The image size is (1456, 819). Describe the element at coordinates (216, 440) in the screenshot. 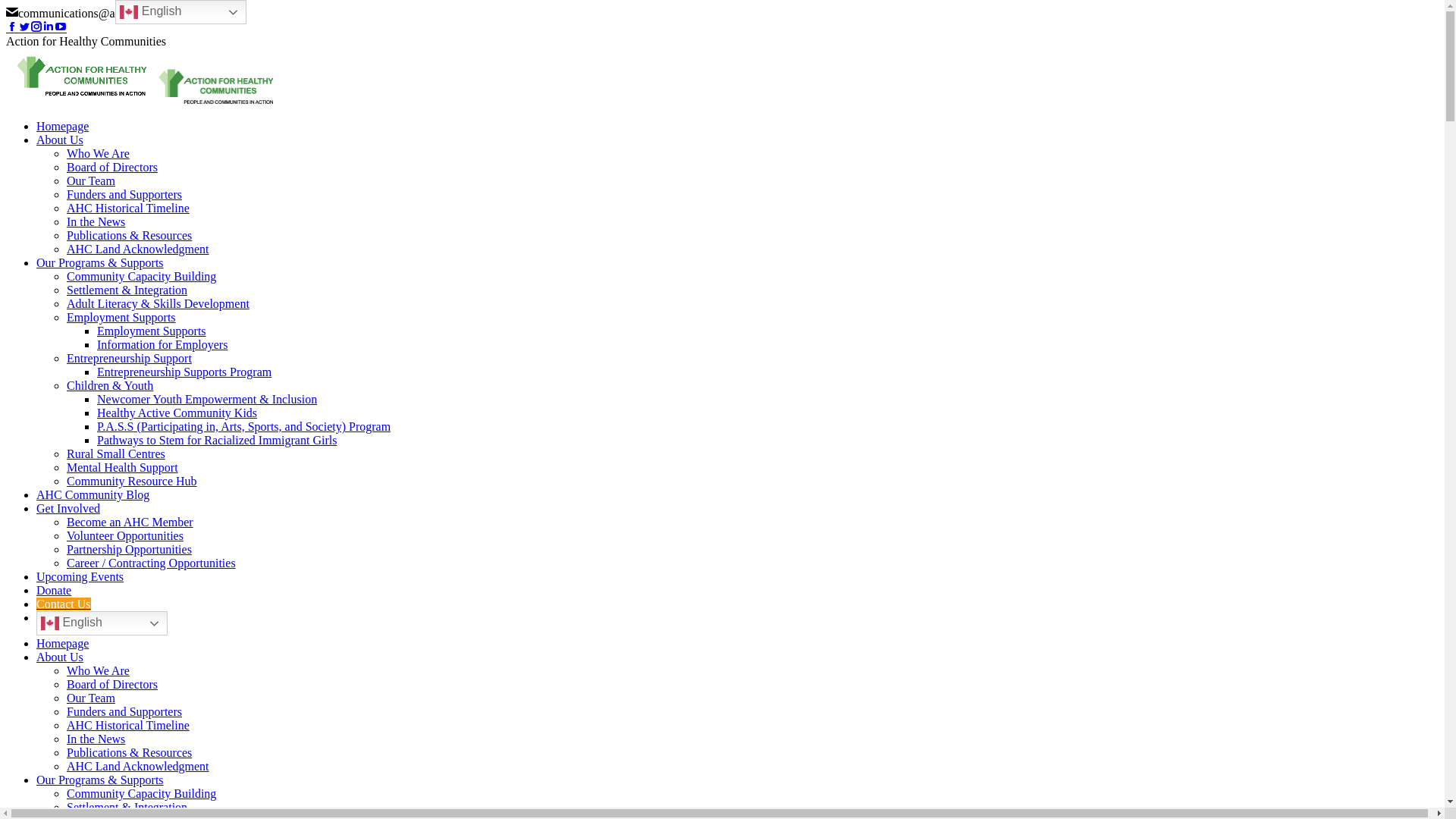

I see `'Pathways to Stem for Racialized Immigrant Girls'` at that location.